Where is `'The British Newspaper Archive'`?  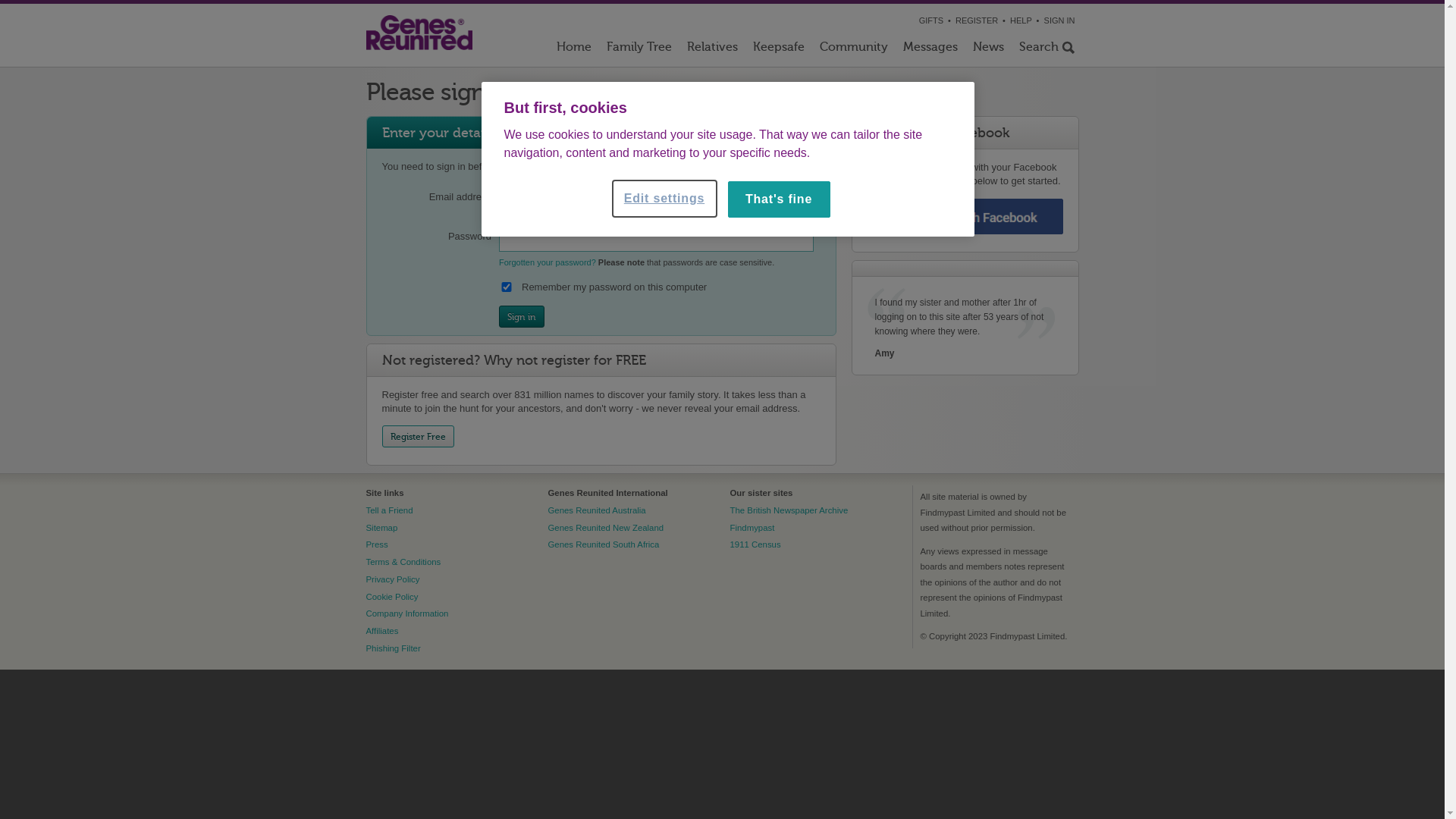
'The British Newspaper Archive' is located at coordinates (789, 510).